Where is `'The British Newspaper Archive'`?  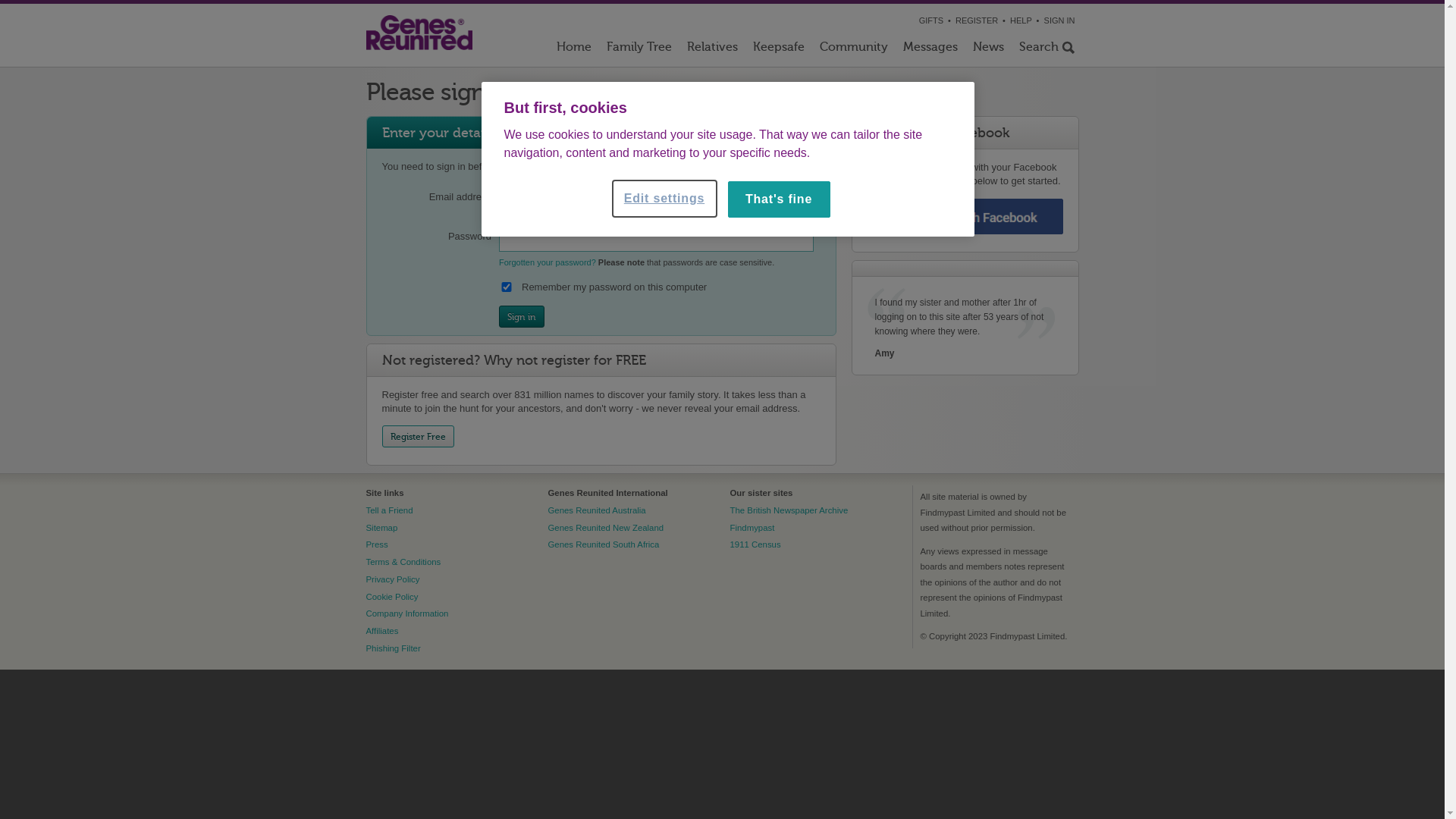
'The British Newspaper Archive' is located at coordinates (789, 510).